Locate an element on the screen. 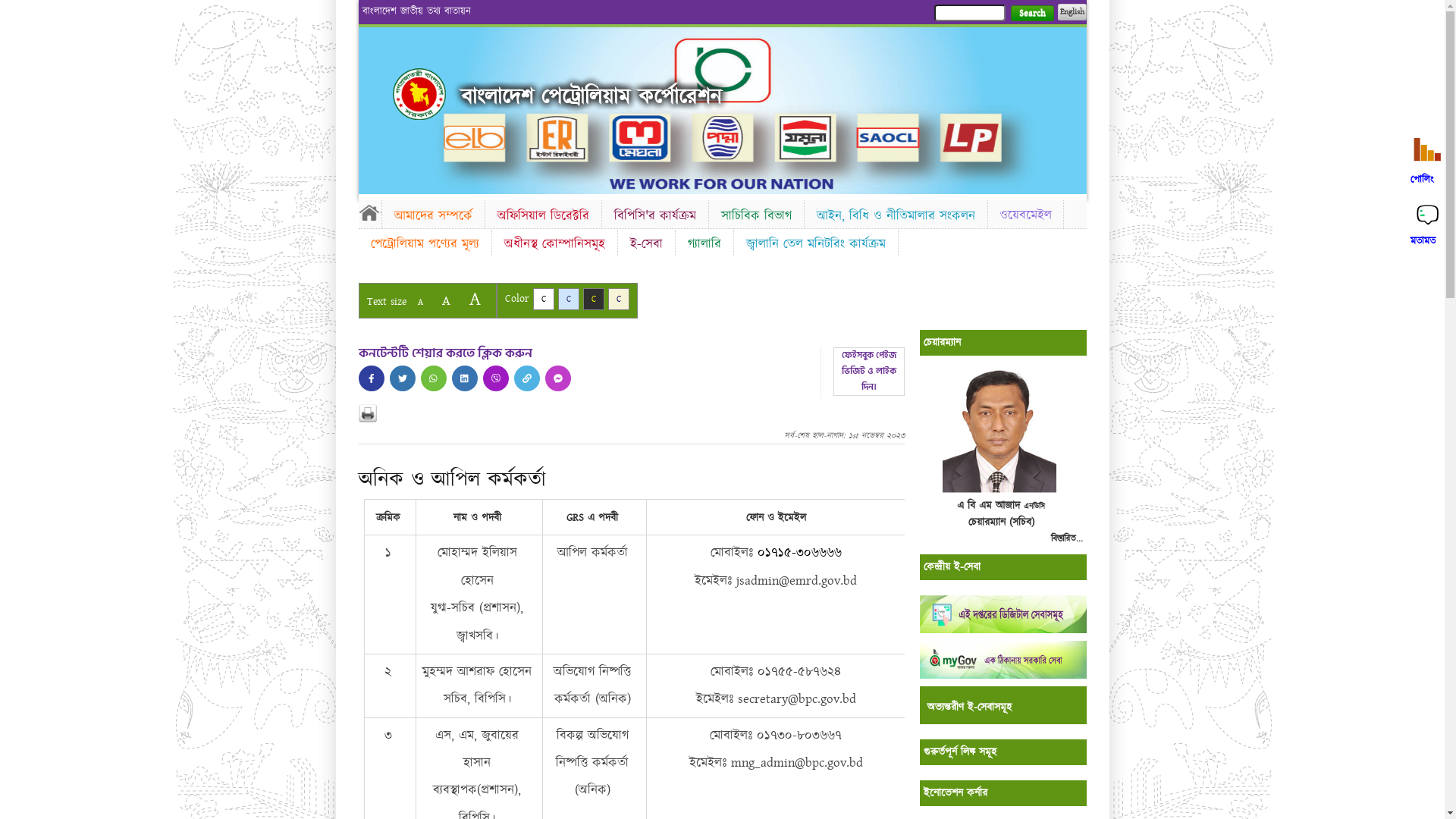 The height and width of the screenshot is (819, 1456). 'English' is located at coordinates (1070, 11).